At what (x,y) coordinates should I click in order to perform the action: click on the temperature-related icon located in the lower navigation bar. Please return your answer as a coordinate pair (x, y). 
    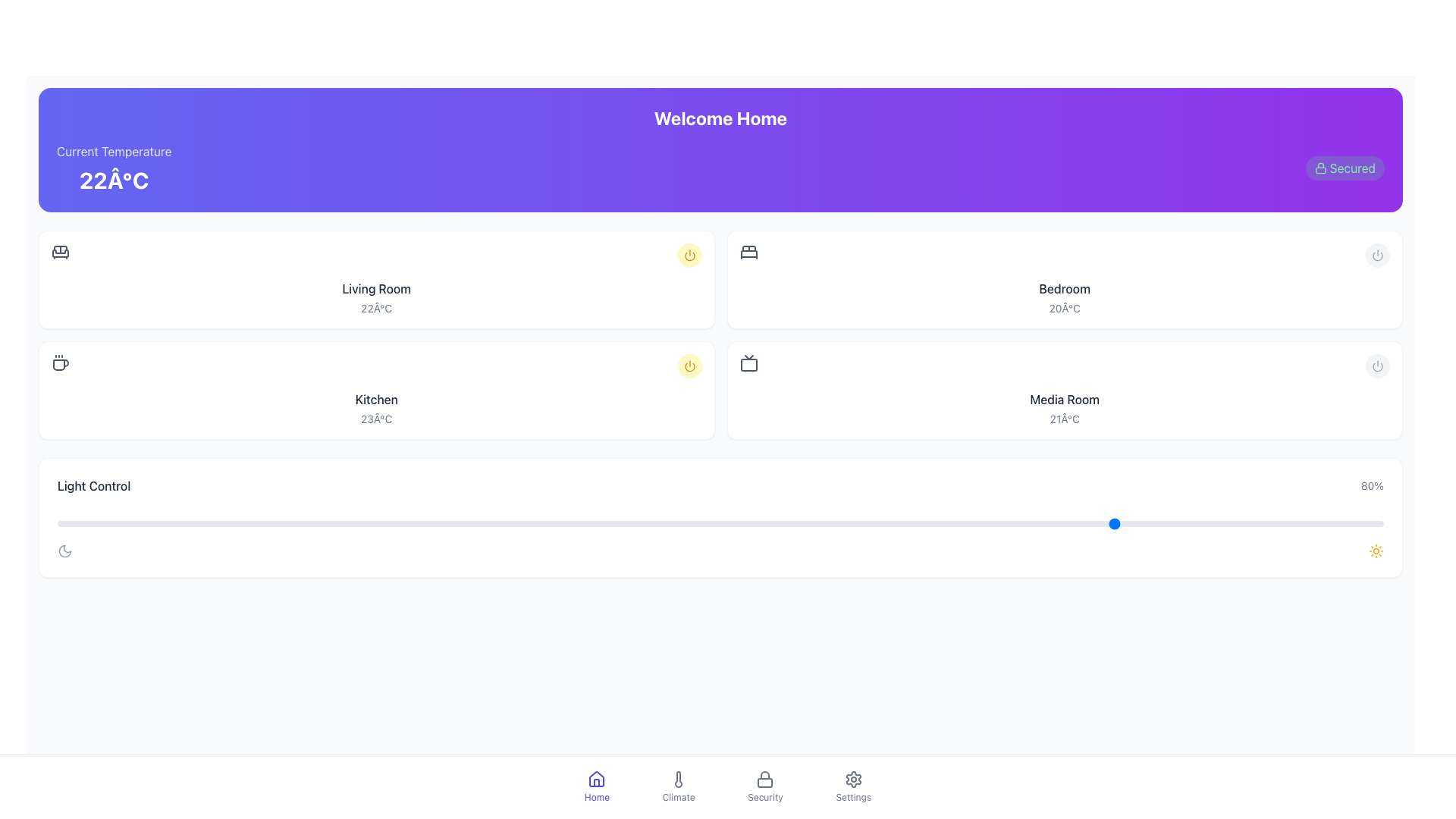
    Looking at the image, I should click on (678, 780).